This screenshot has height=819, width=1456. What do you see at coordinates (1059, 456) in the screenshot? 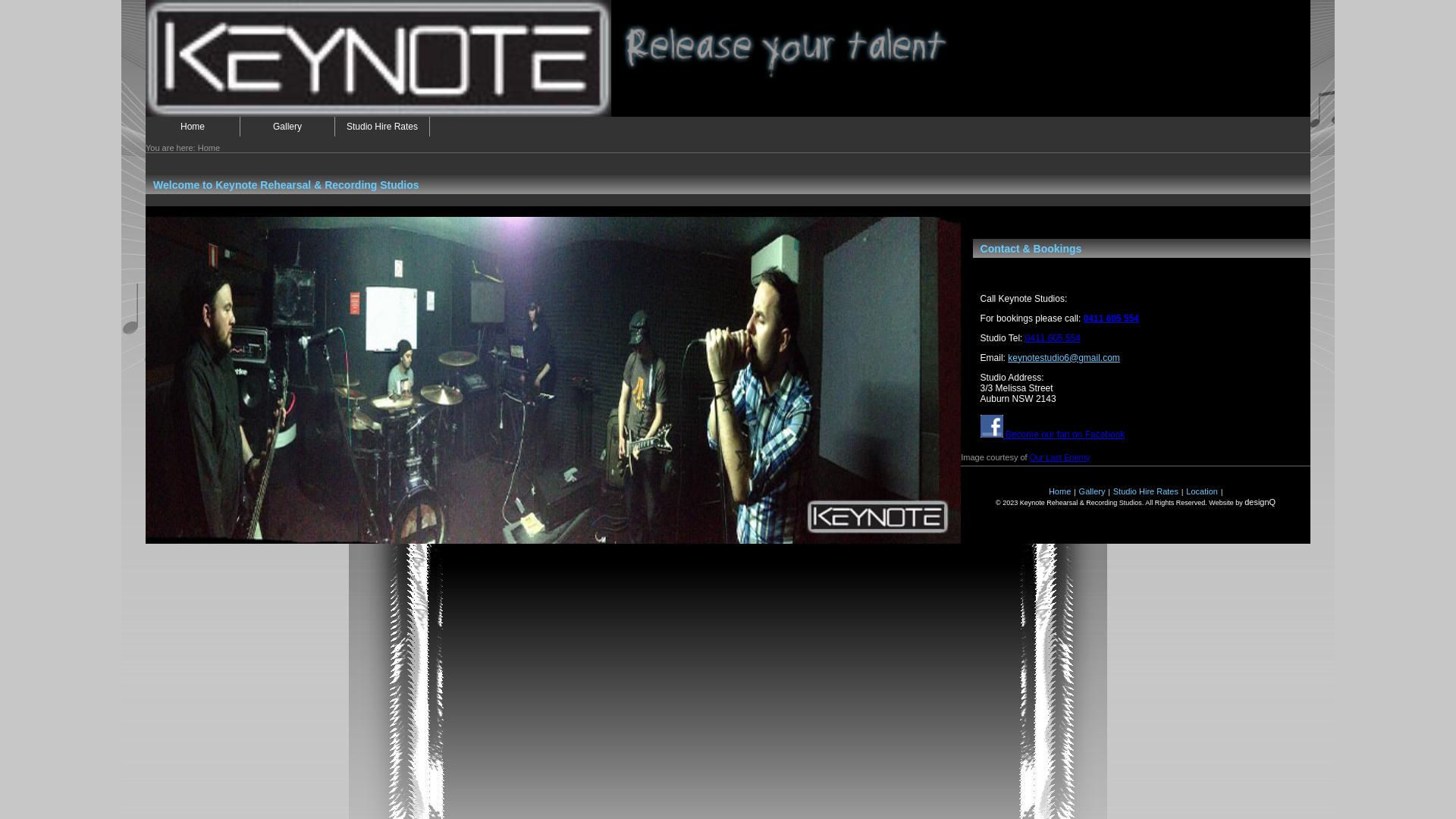
I see `'Our Last Enemy'` at bounding box center [1059, 456].